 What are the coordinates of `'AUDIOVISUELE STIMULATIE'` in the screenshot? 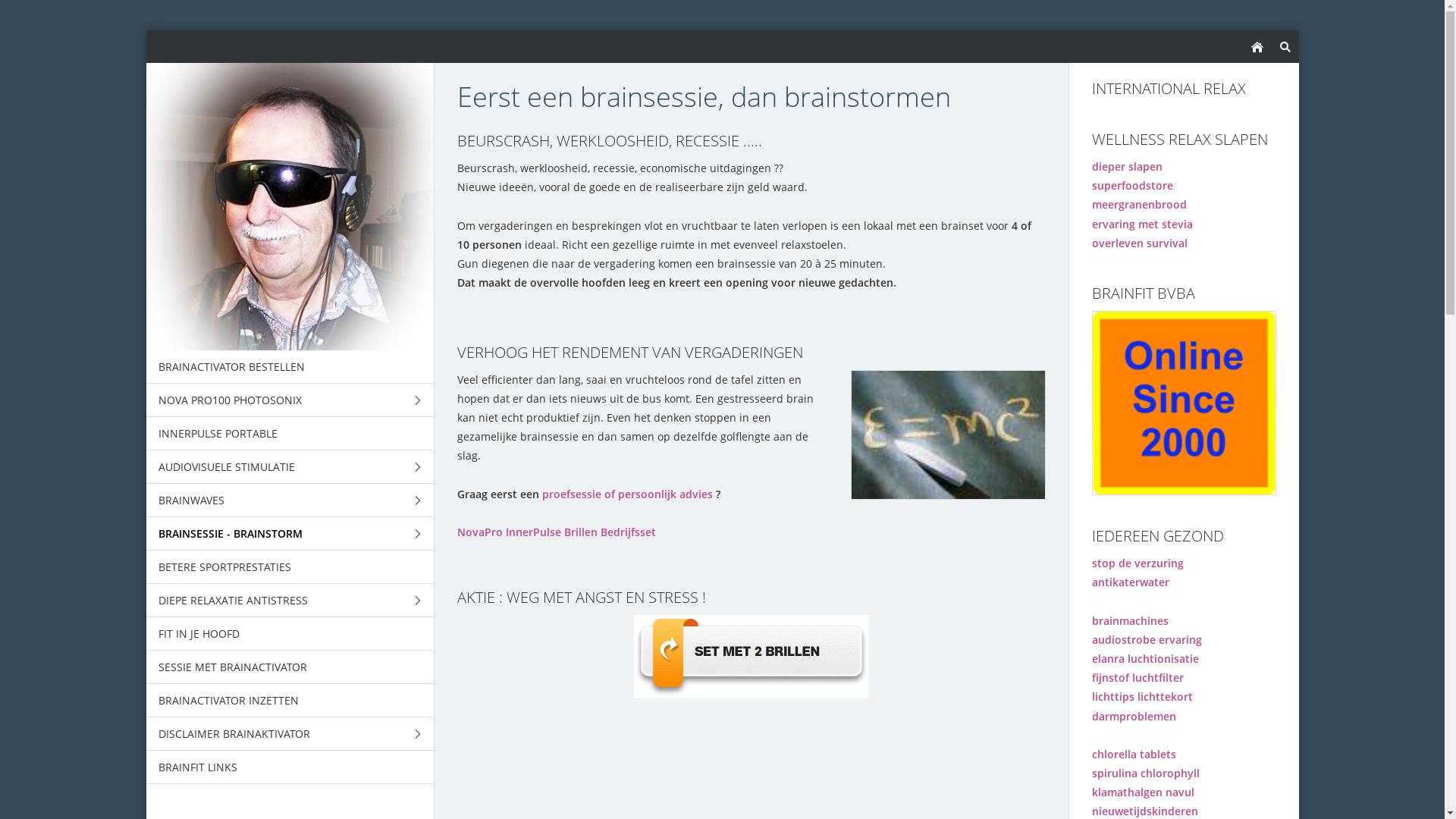 It's located at (289, 466).